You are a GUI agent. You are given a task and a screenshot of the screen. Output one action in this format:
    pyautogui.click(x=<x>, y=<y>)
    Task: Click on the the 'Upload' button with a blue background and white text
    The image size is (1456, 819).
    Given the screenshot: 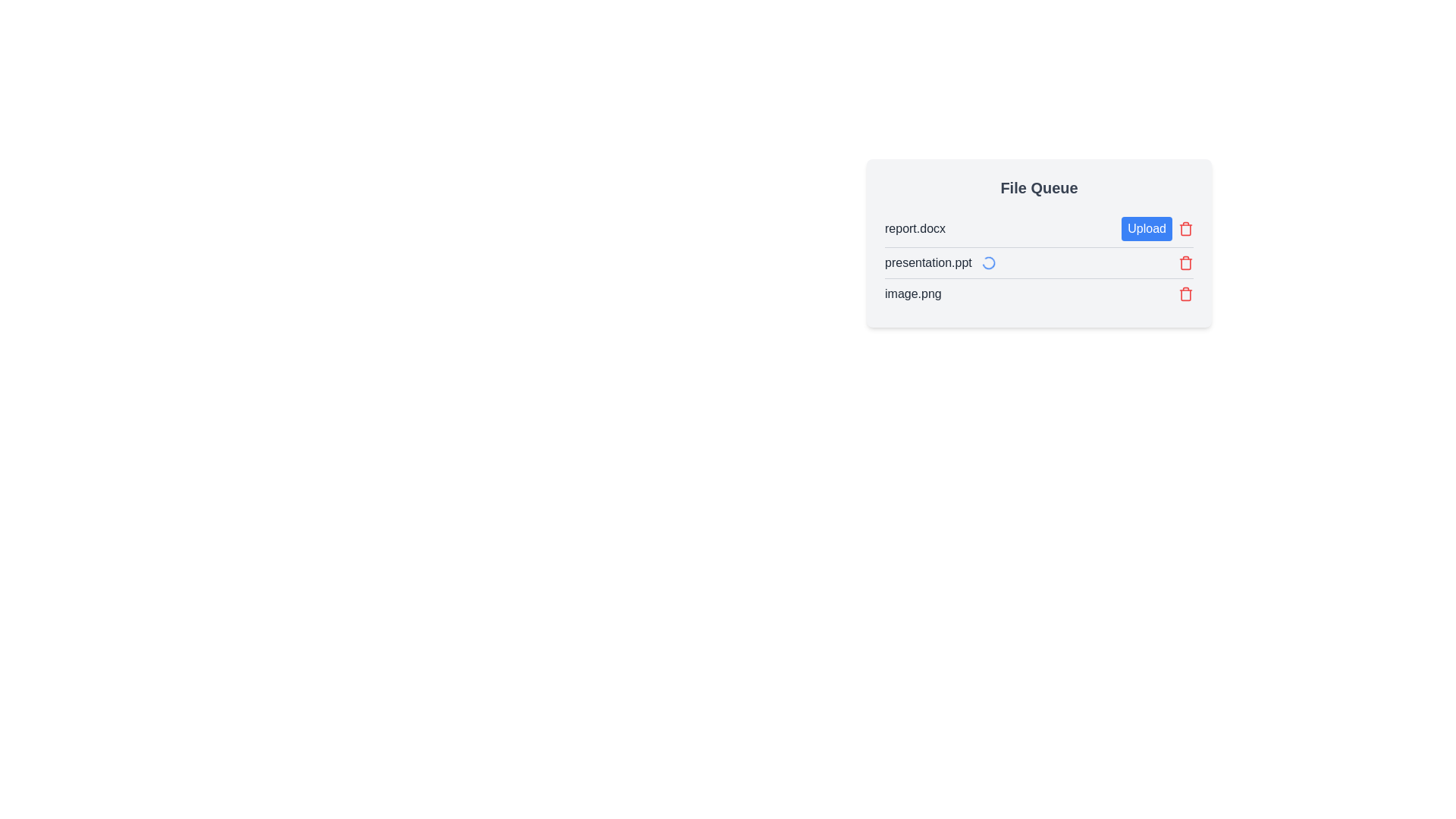 What is the action you would take?
    pyautogui.click(x=1147, y=228)
    